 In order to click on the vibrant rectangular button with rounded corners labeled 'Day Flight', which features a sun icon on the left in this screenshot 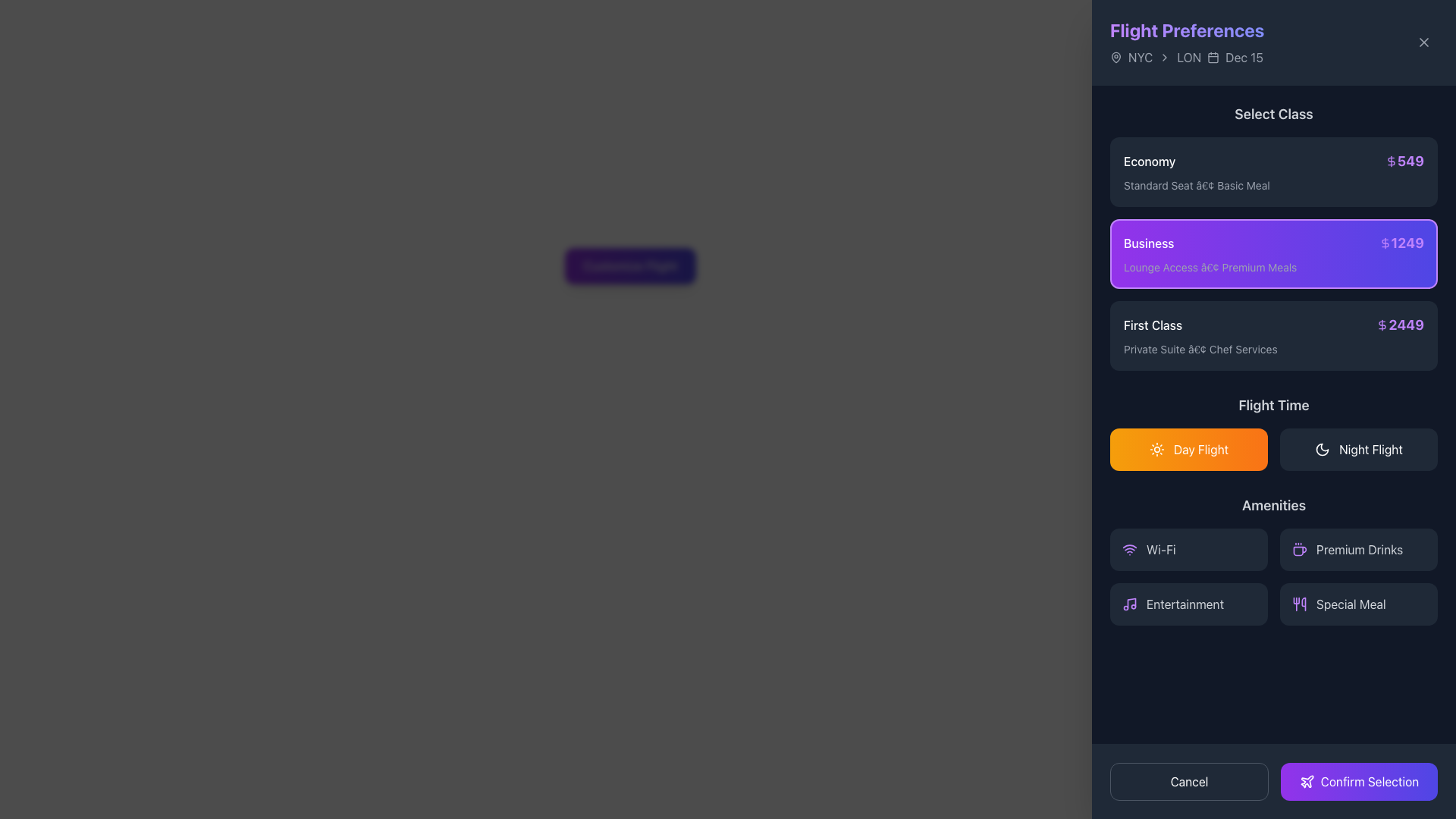, I will do `click(1188, 449)`.